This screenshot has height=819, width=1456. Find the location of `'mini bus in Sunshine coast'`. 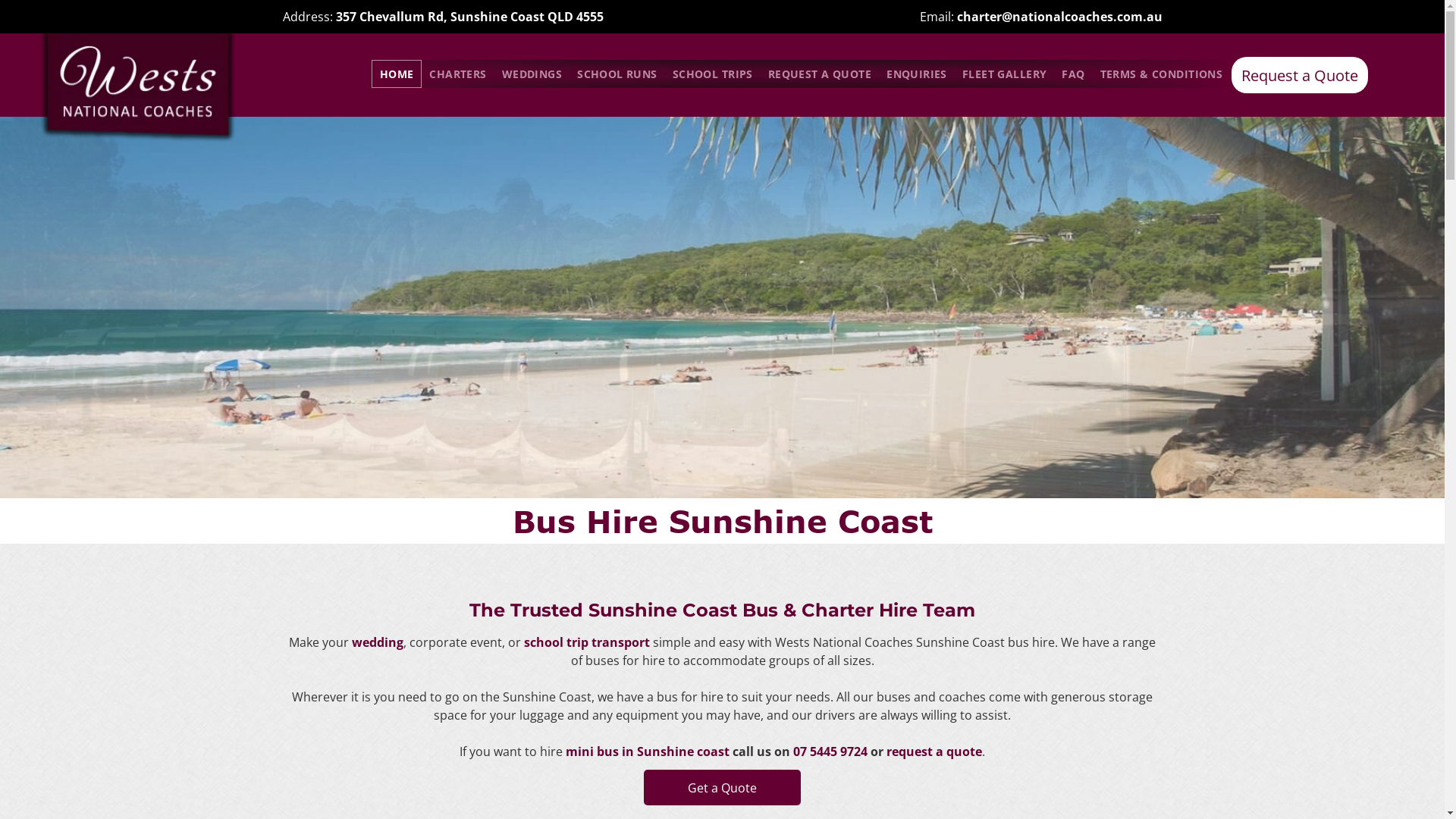

'mini bus in Sunshine coast' is located at coordinates (564, 752).